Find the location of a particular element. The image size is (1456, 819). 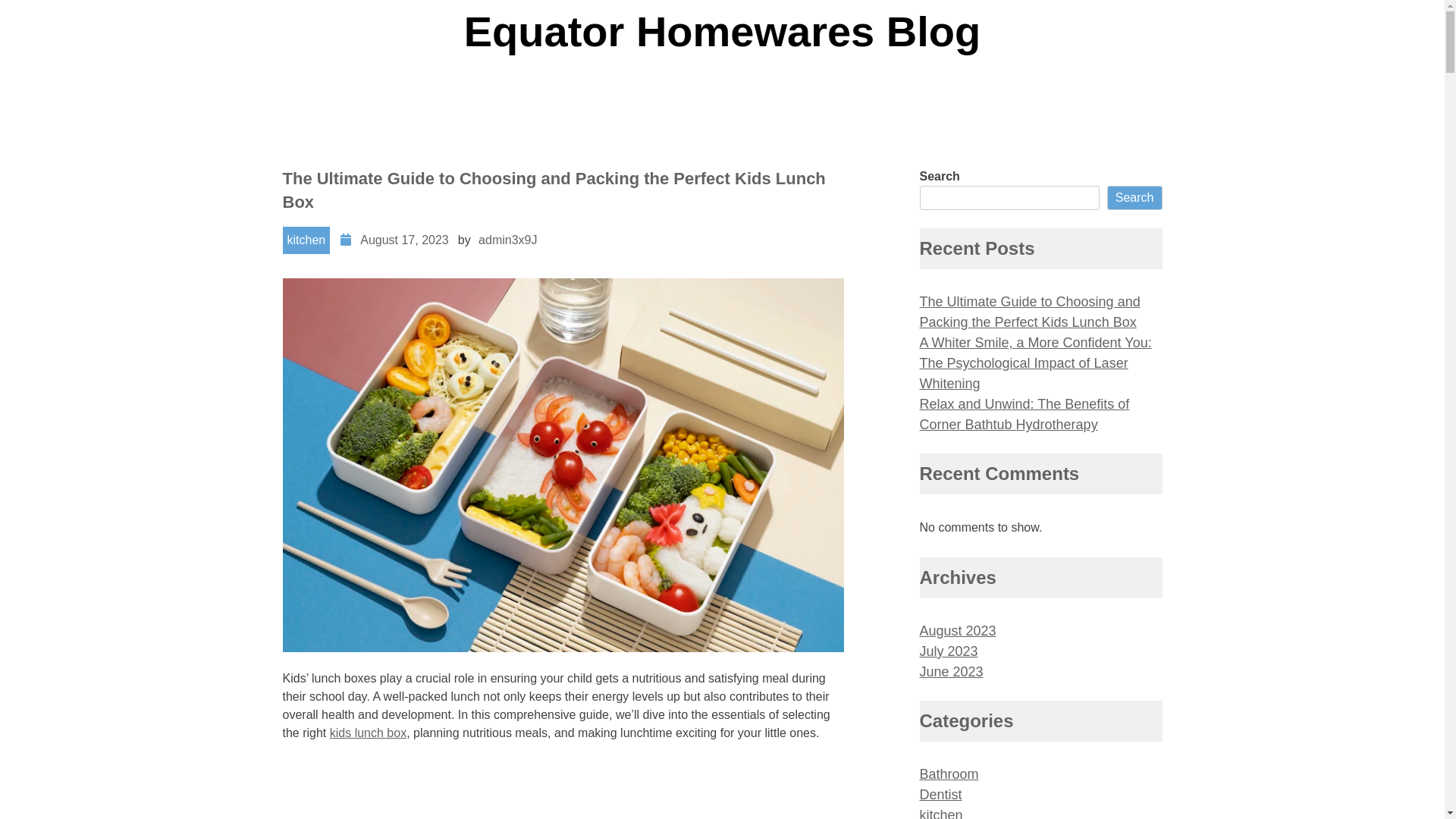

'kids lunch box' is located at coordinates (368, 732).